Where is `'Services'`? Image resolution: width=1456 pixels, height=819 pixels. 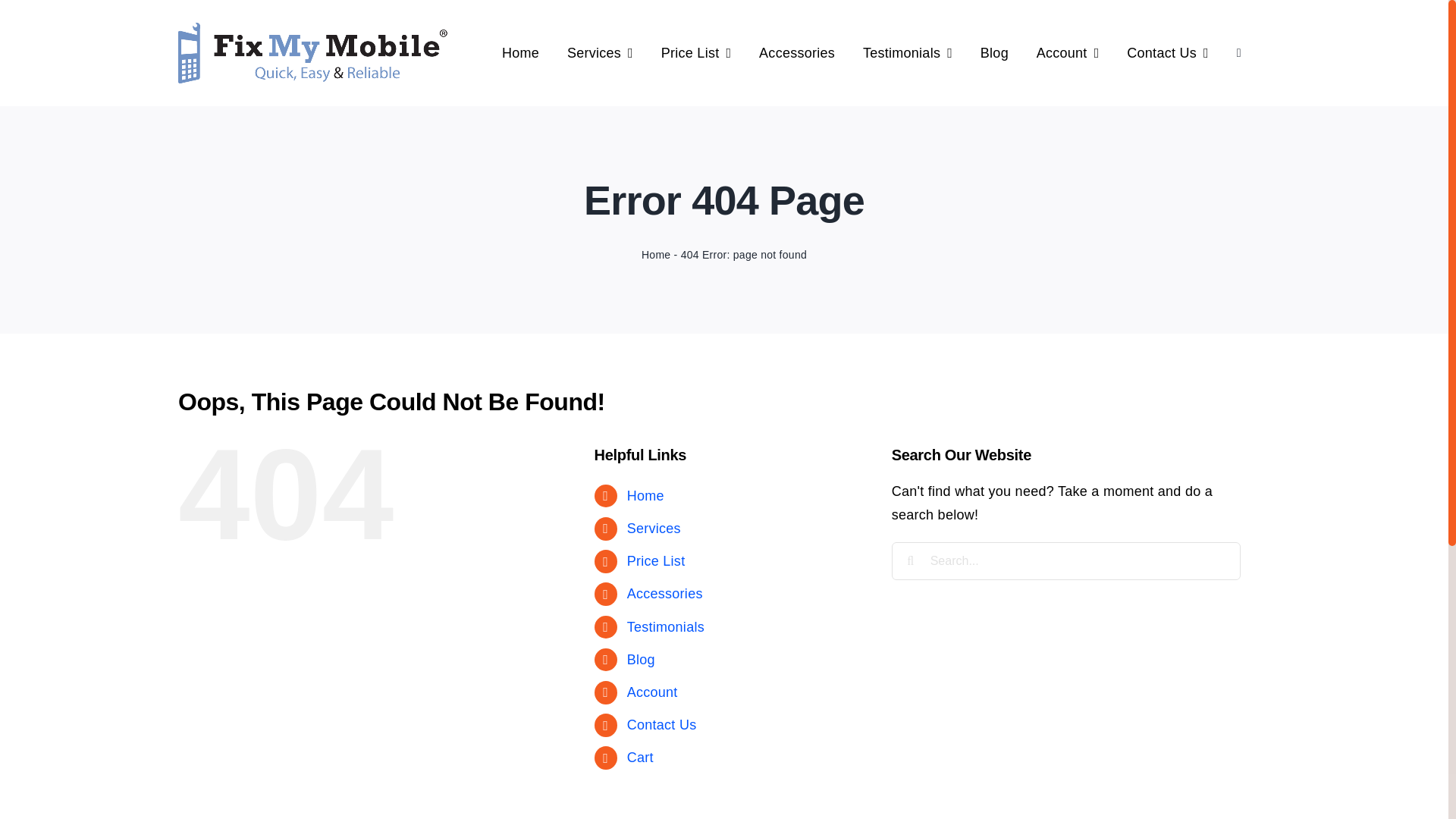
'Services' is located at coordinates (654, 528).